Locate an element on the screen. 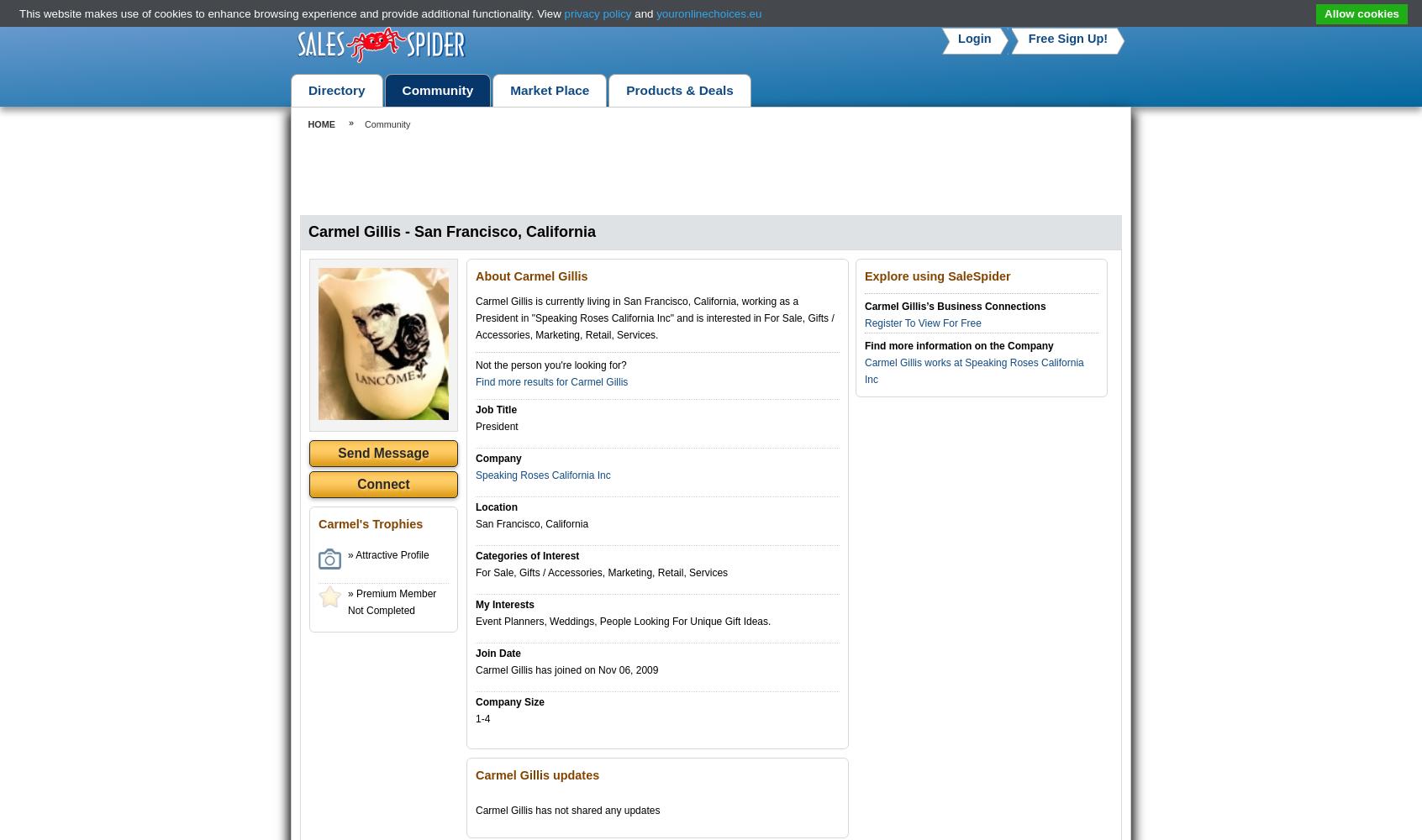 Image resolution: width=1422 pixels, height=840 pixels. 'Community' is located at coordinates (362, 124).